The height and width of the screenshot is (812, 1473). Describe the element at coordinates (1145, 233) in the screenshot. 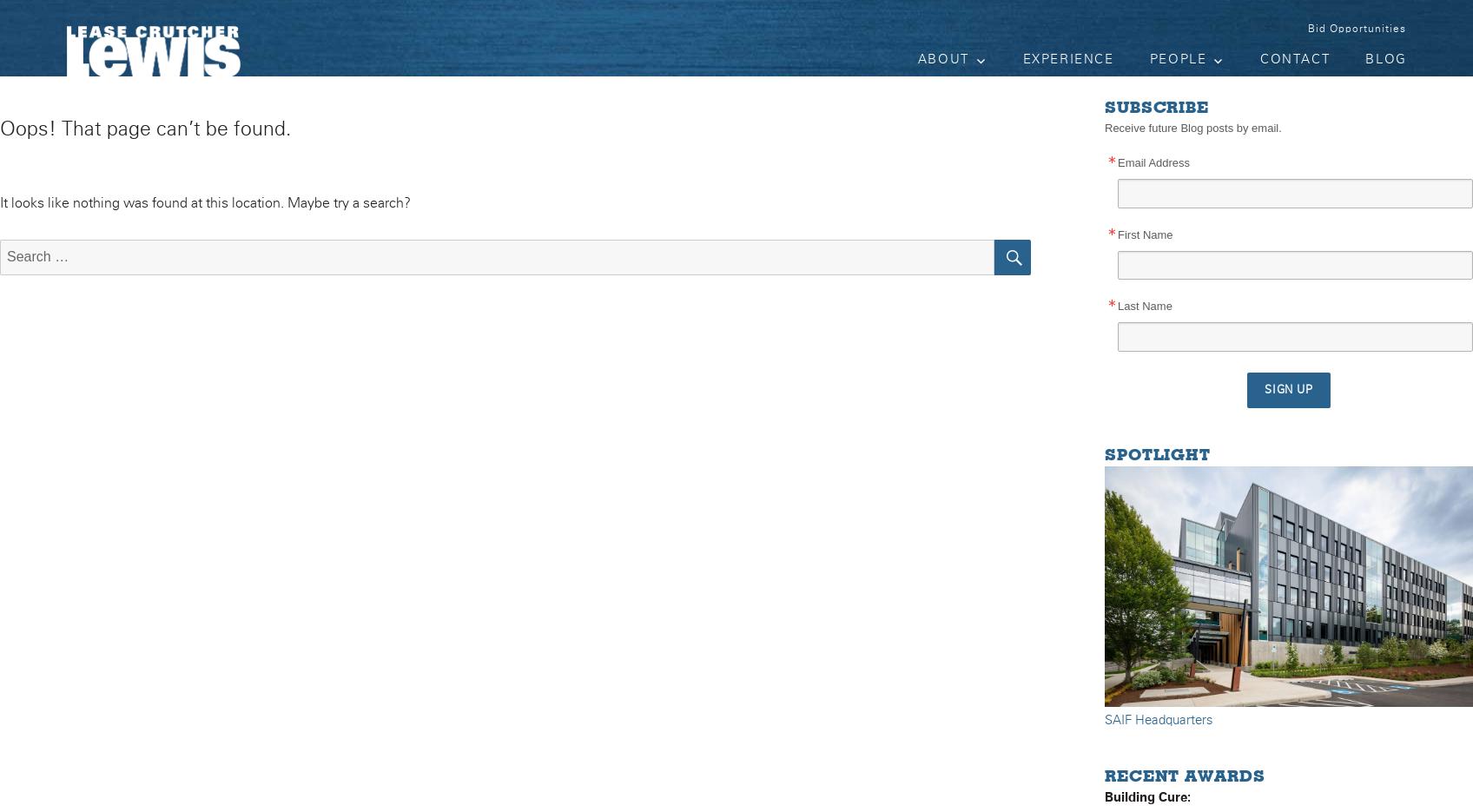

I see `'First Name'` at that location.